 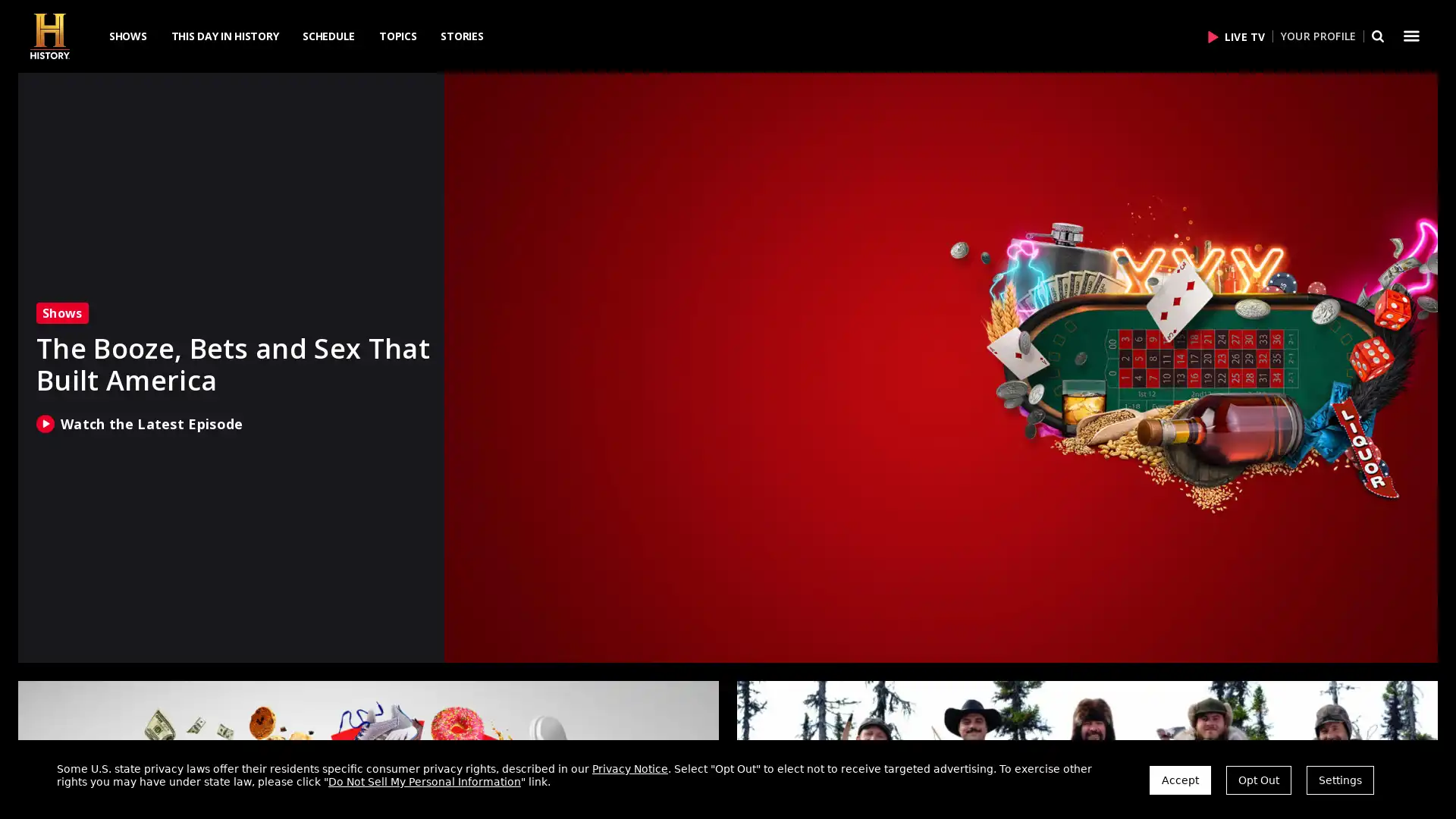 What do you see at coordinates (1376, 35) in the screenshot?
I see `Search` at bounding box center [1376, 35].